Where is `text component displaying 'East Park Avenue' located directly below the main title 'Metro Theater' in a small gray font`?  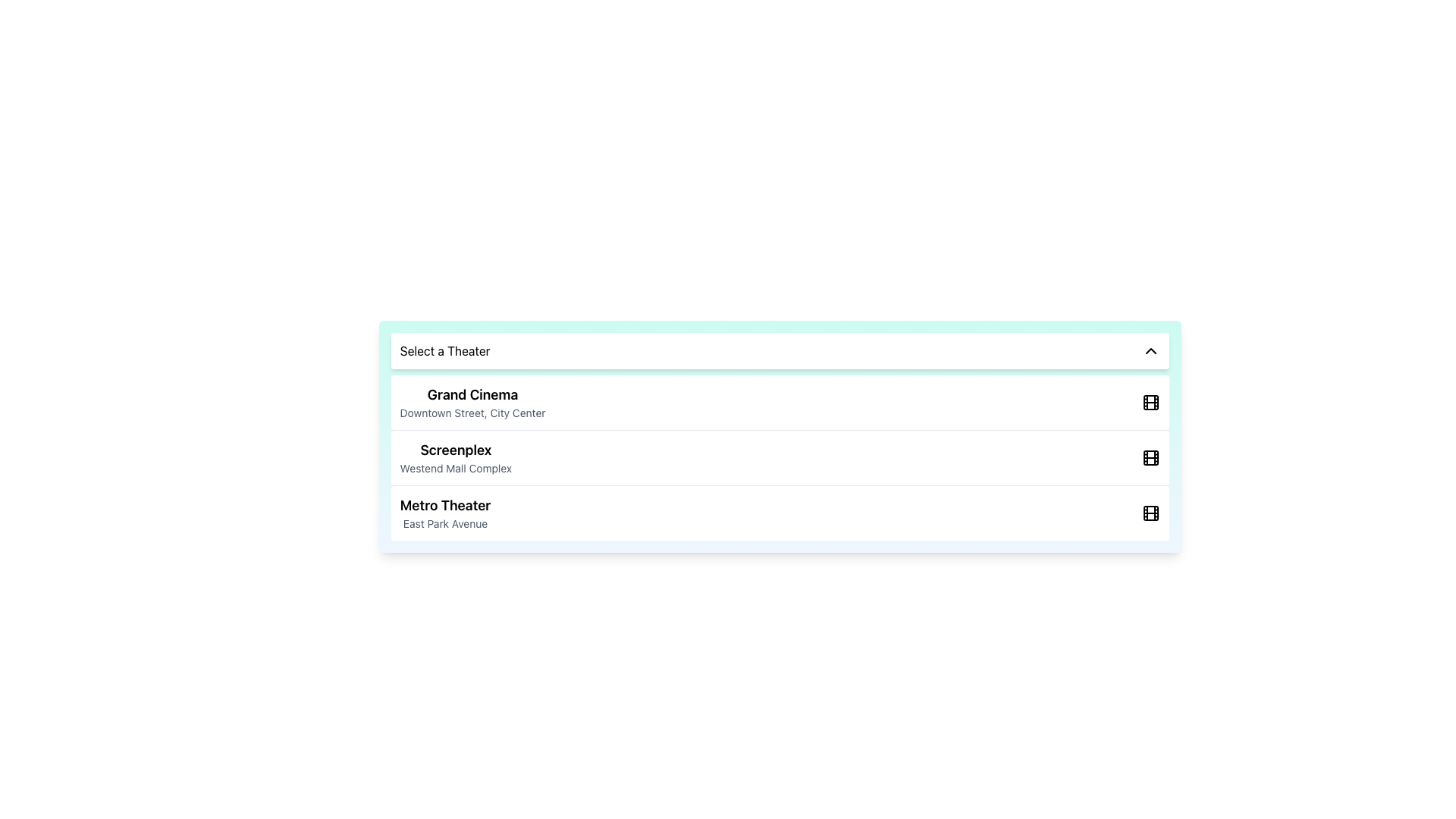
text component displaying 'East Park Avenue' located directly below the main title 'Metro Theater' in a small gray font is located at coordinates (444, 522).